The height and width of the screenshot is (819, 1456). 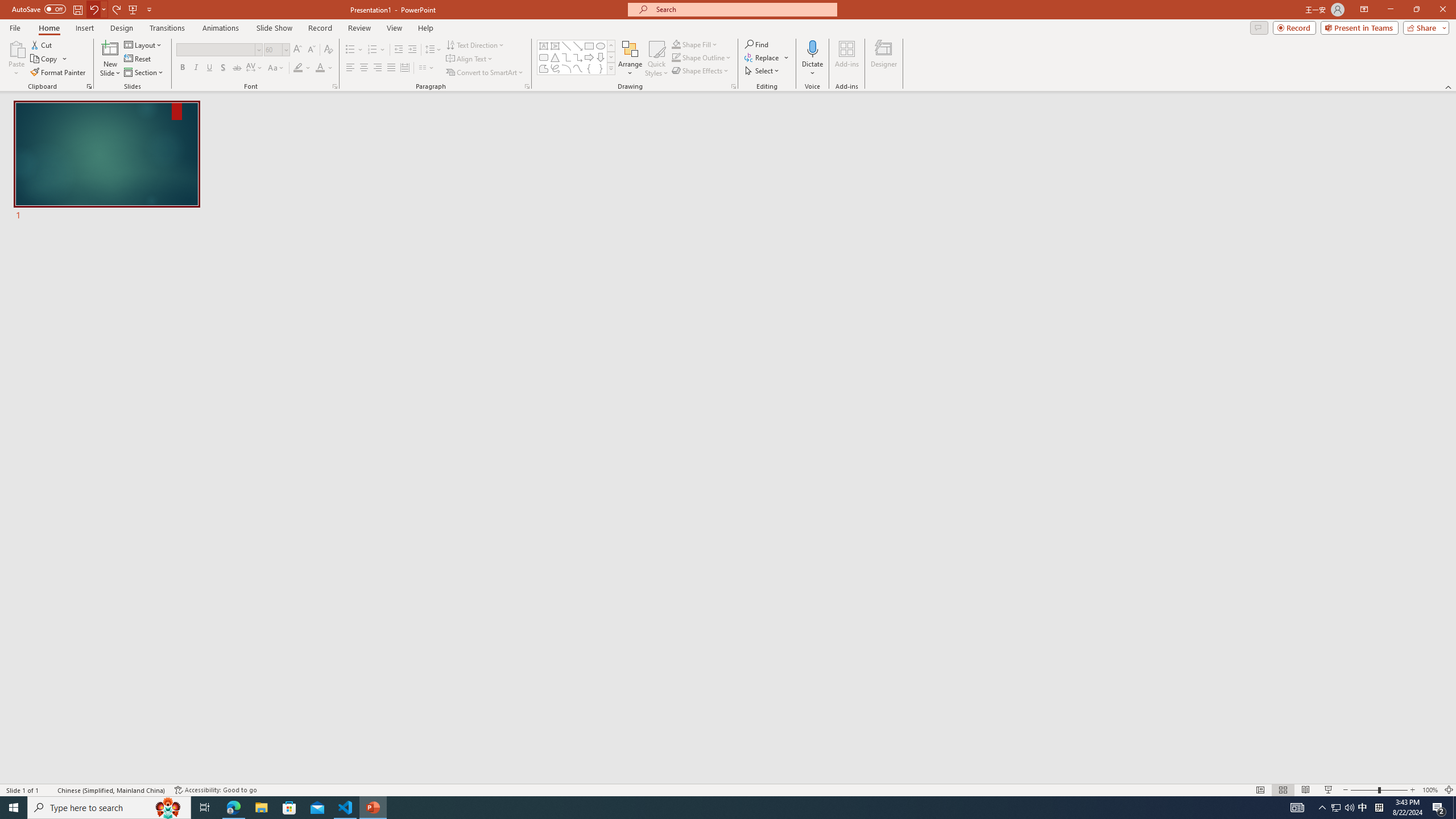 What do you see at coordinates (676, 44) in the screenshot?
I see `'Shape Fill Orange, Accent 2'` at bounding box center [676, 44].